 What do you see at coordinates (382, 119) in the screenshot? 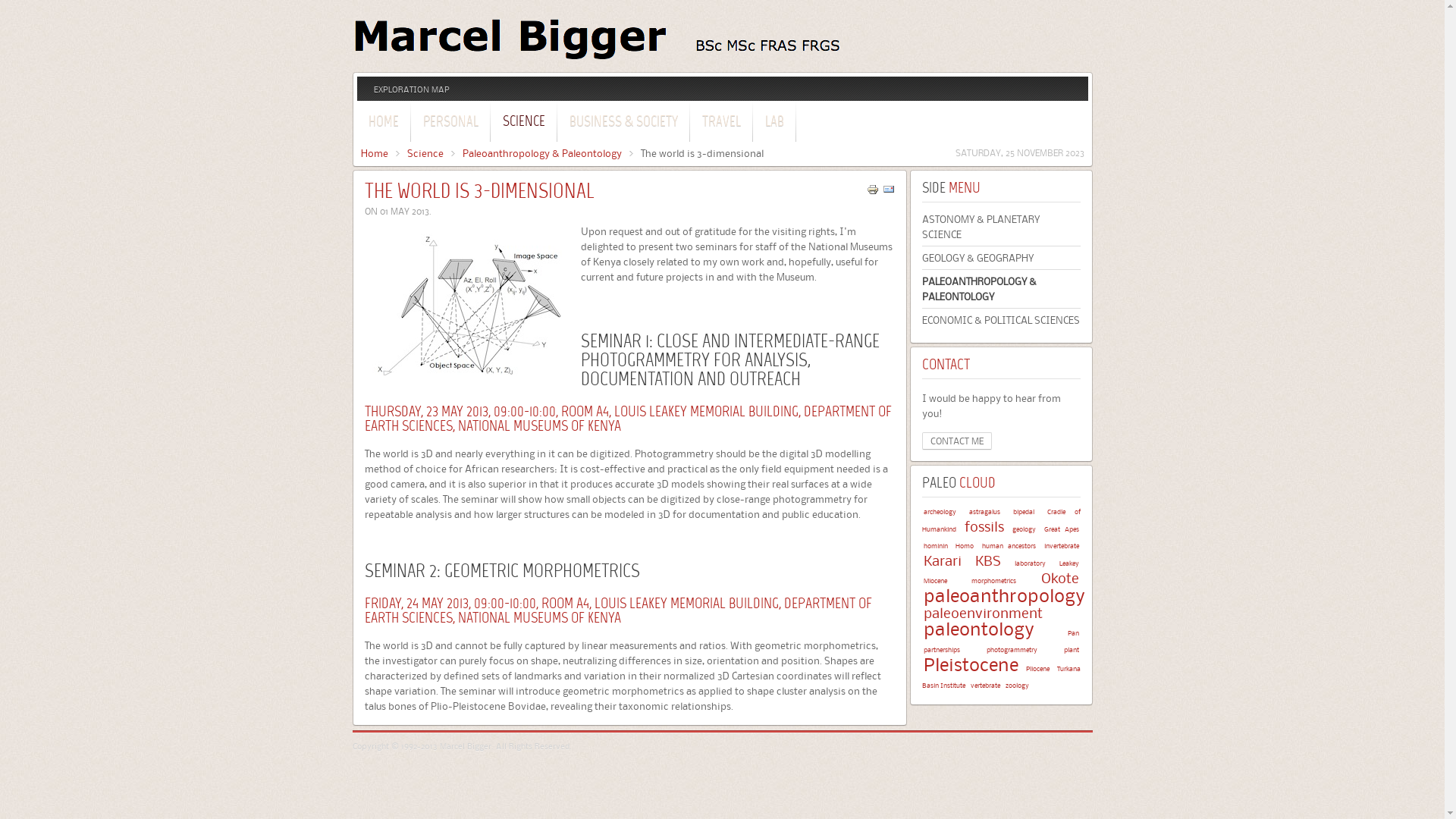
I see `'HOME'` at bounding box center [382, 119].